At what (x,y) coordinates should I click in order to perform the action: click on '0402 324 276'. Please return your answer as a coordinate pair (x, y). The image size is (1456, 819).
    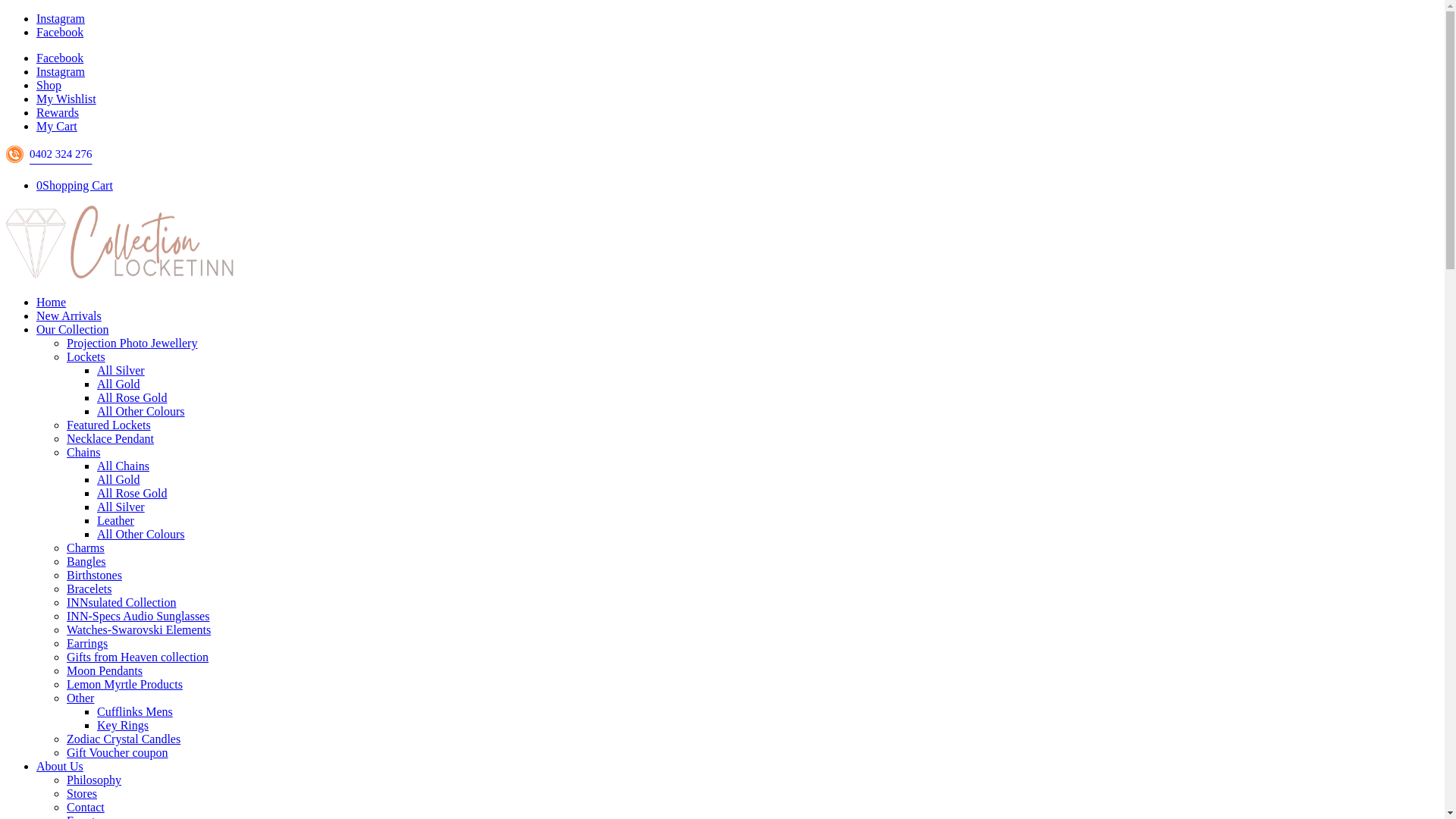
    Looking at the image, I should click on (61, 158).